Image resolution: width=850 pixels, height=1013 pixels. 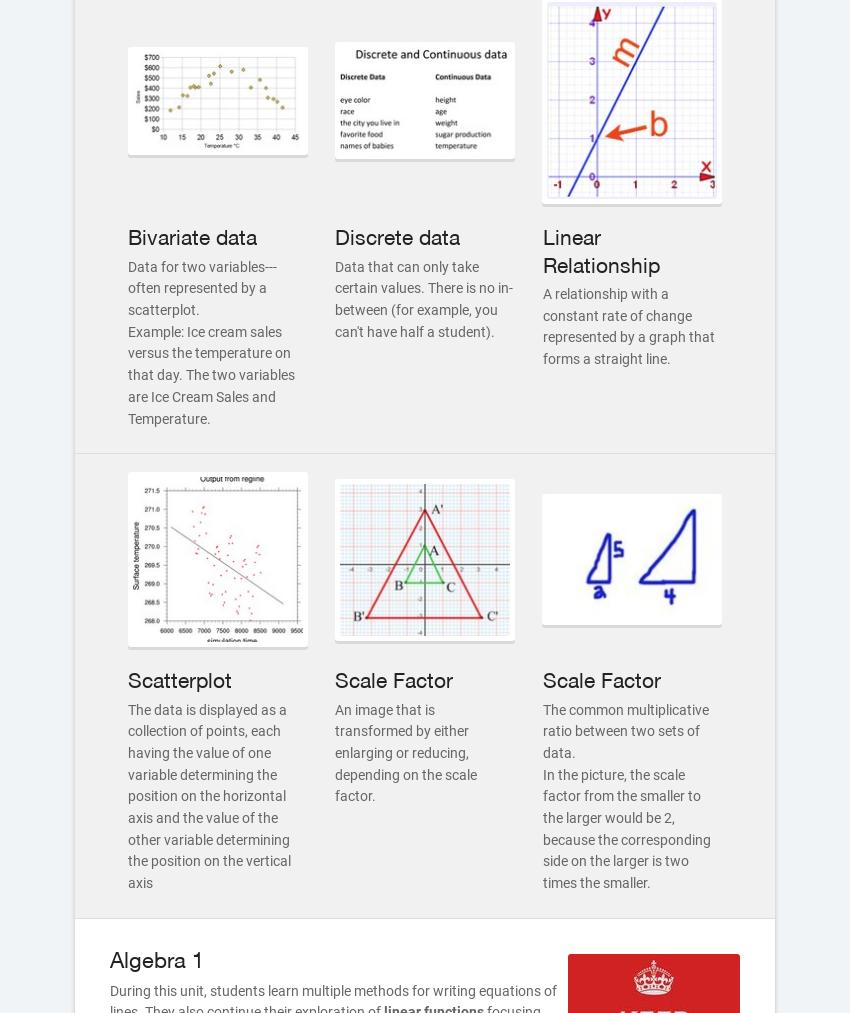 I want to click on 'Discrete data', so click(x=334, y=236).